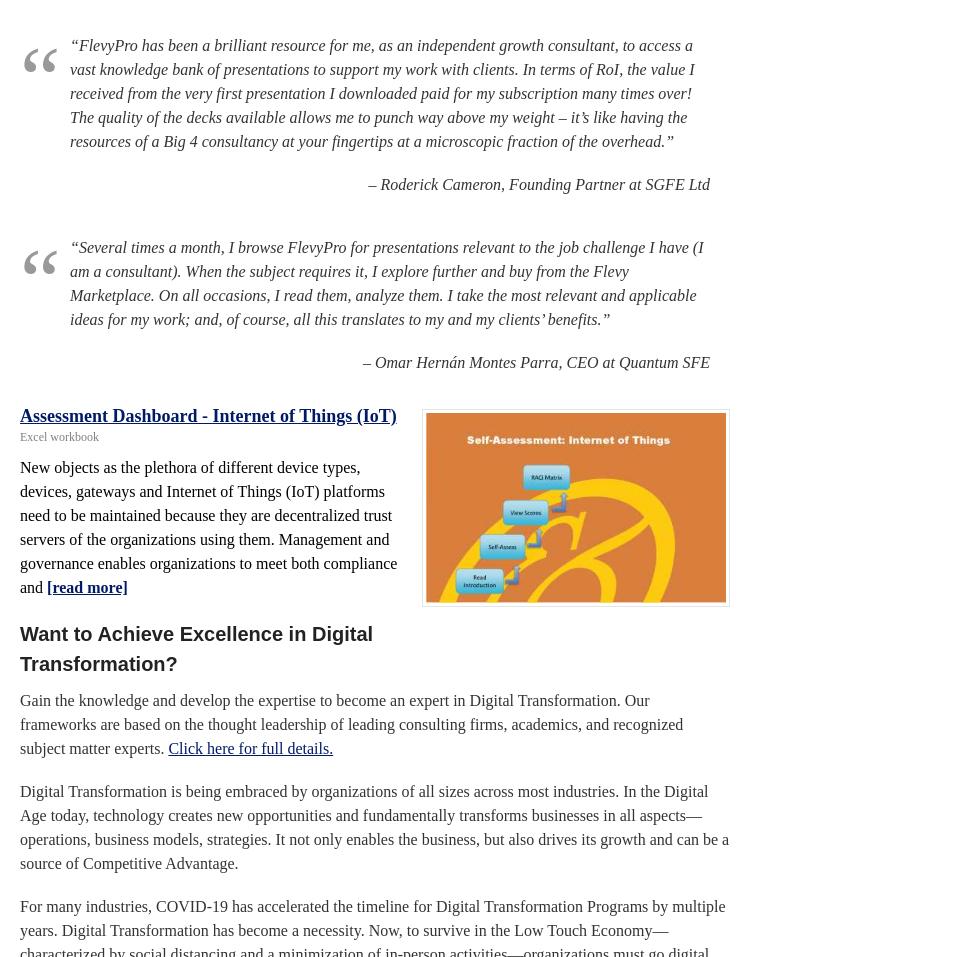 The image size is (980, 957). What do you see at coordinates (196, 646) in the screenshot?
I see `'Want to Achieve Excellence in Digital Transformation?'` at bounding box center [196, 646].